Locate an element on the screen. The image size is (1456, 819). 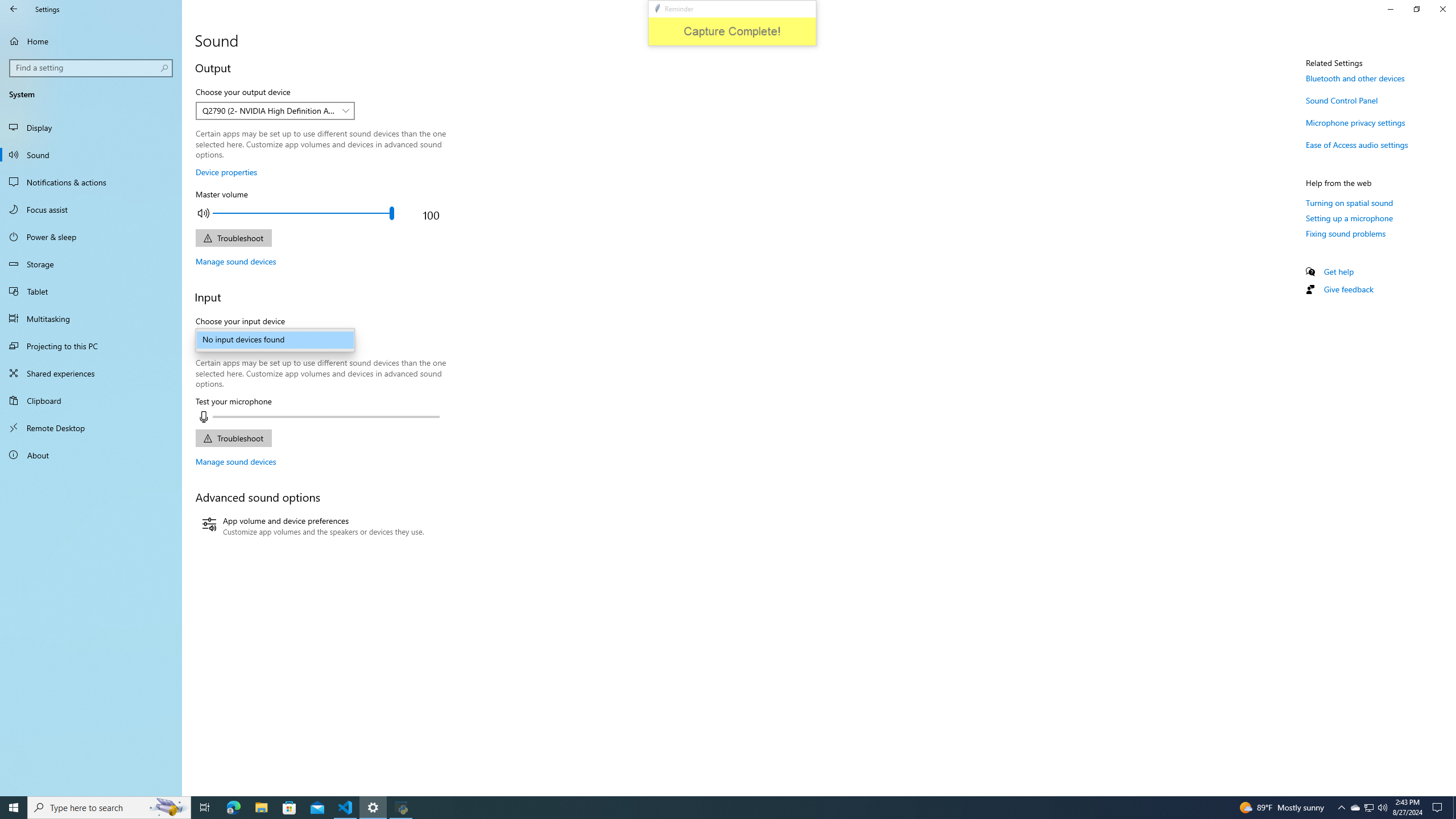
'Choose your input device' is located at coordinates (274, 340).